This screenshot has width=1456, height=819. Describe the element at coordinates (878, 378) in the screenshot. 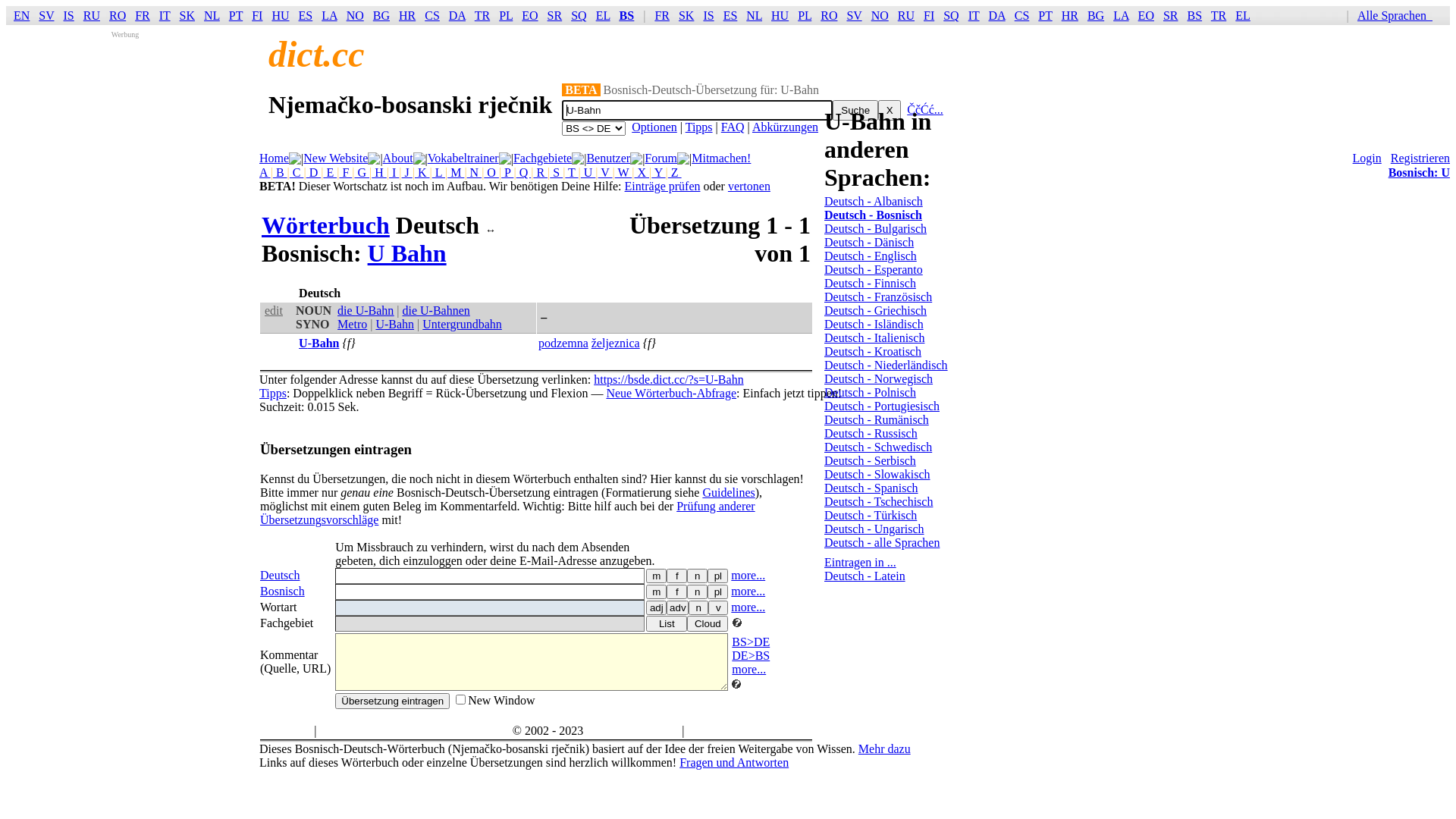

I see `'Deutsch - Norwegisch'` at that location.